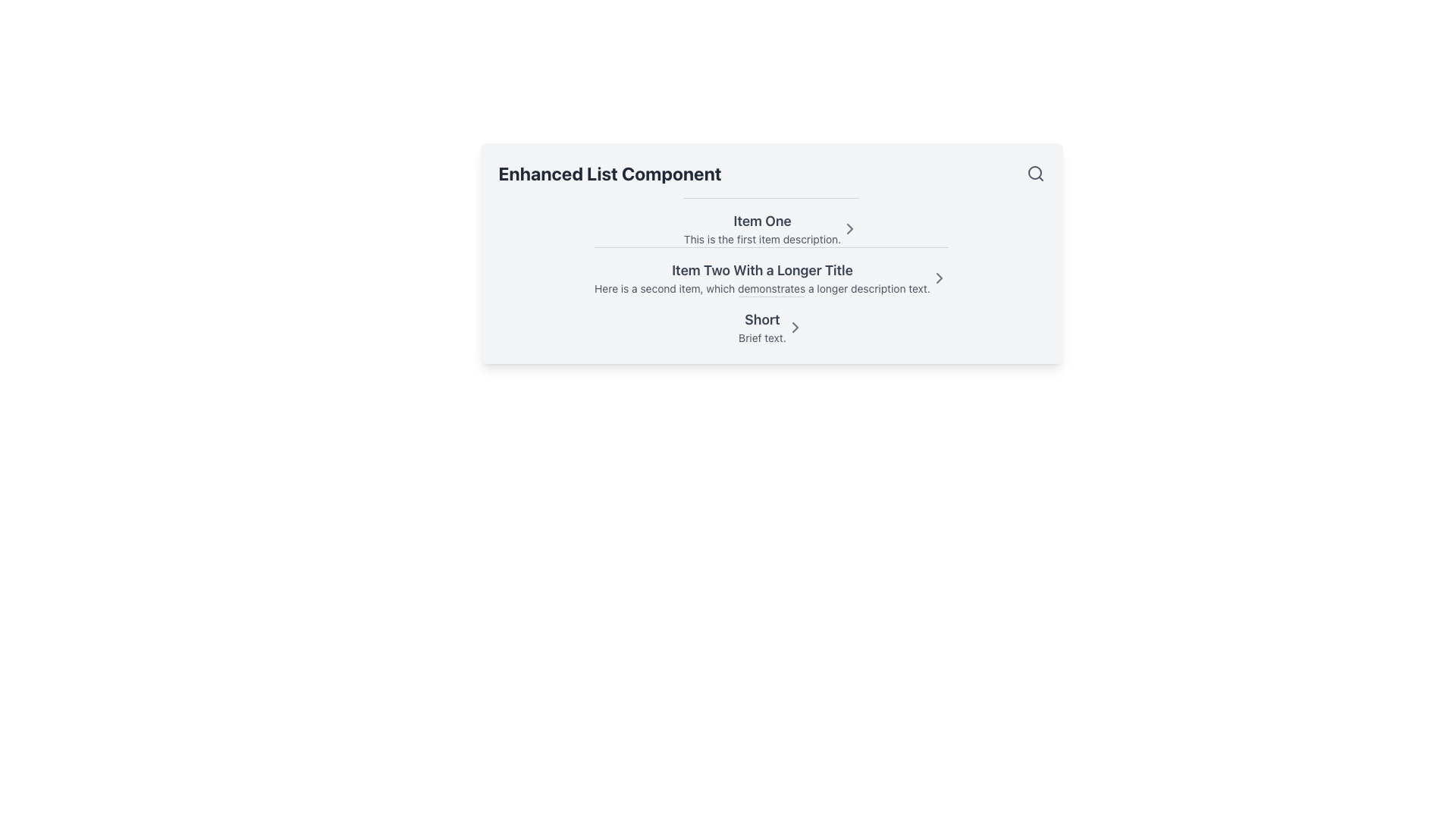 The height and width of the screenshot is (819, 1456). I want to click on descriptive text block labeled 'Item Two With a Longer Title' which is the second item in a vertical list, so click(762, 278).